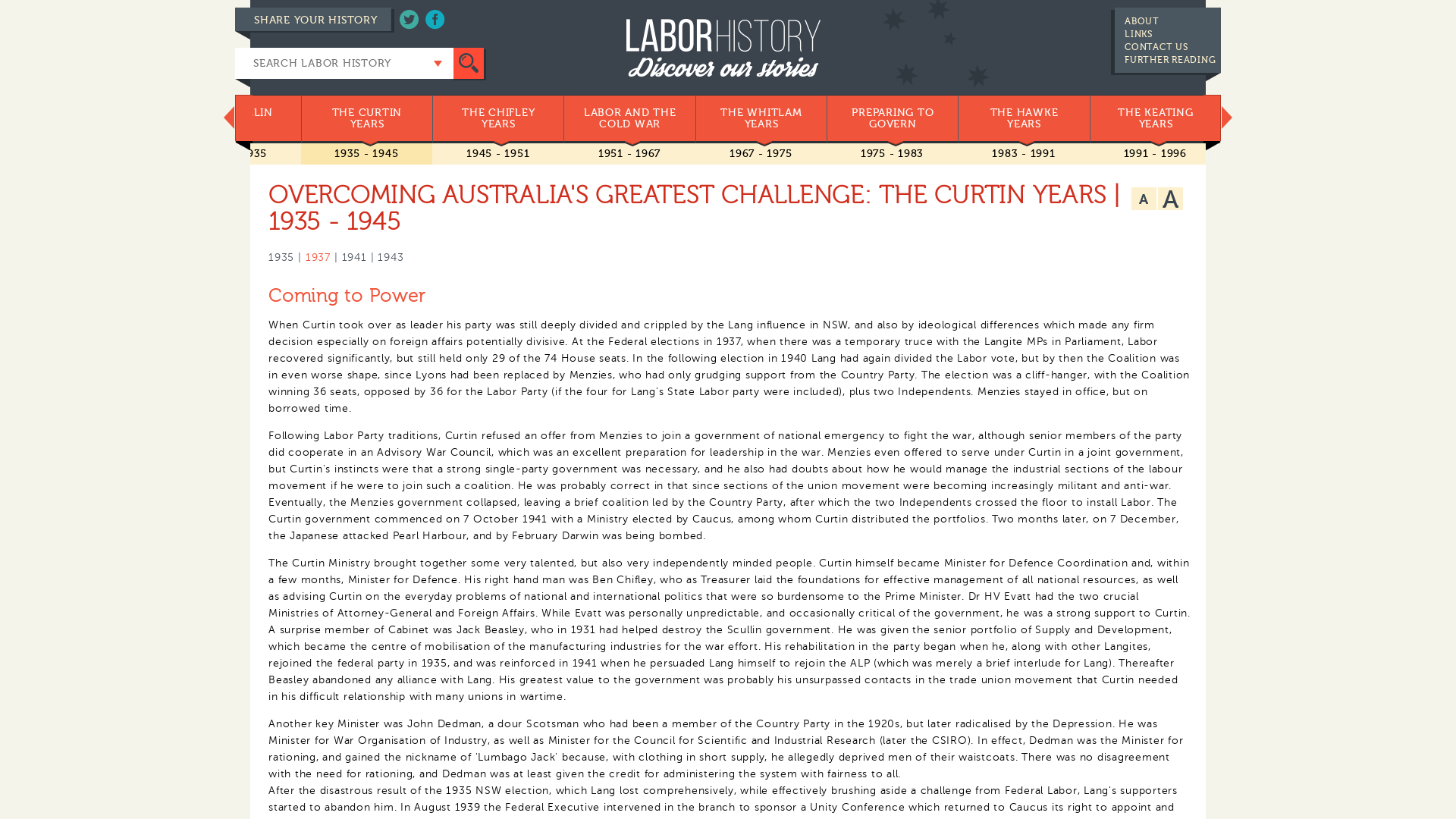 Image resolution: width=1456 pixels, height=819 pixels. Describe the element at coordinates (629, 153) in the screenshot. I see `'1951 - 1967'` at that location.